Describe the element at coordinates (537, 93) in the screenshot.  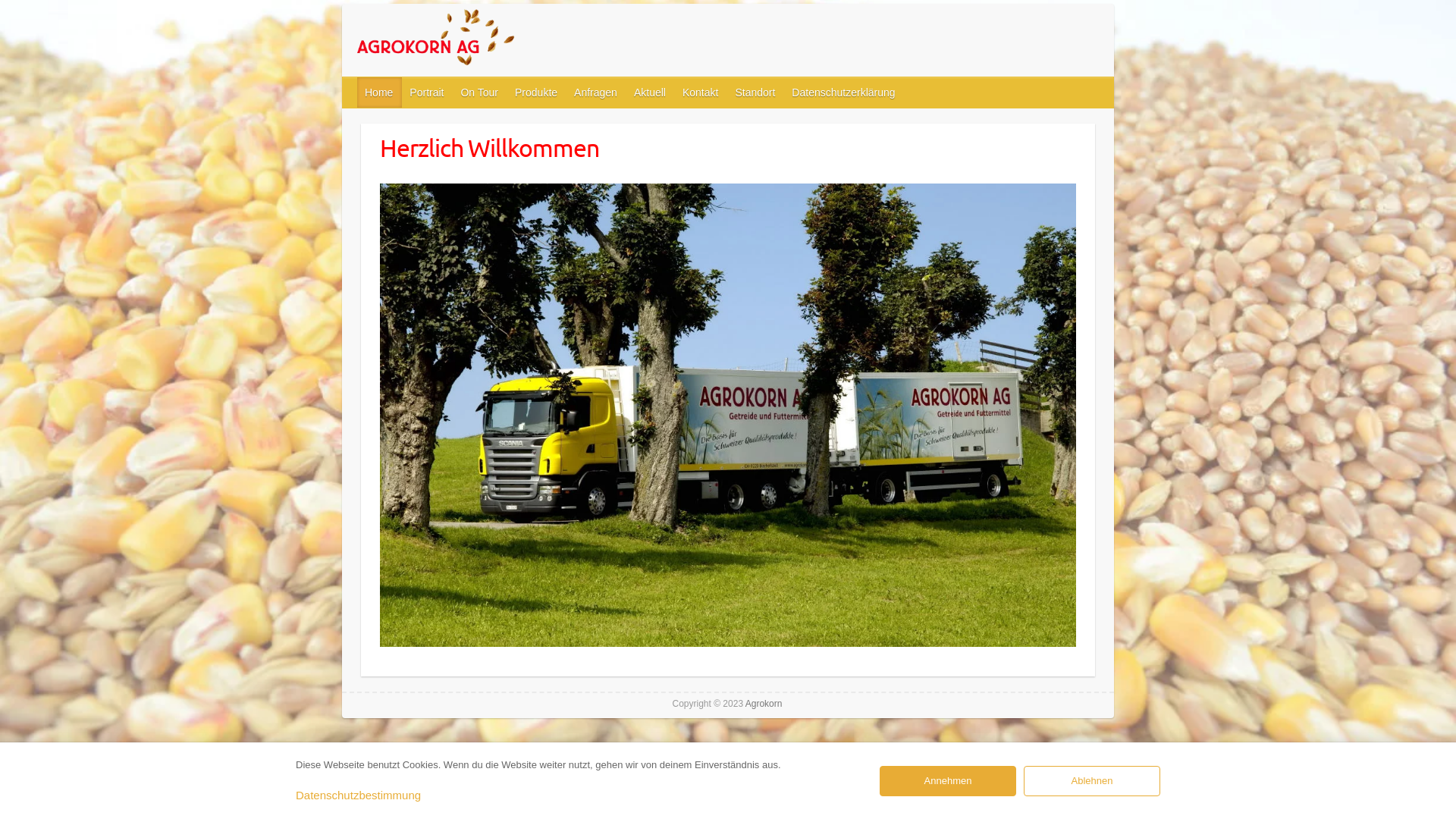
I see `'Produkte'` at that location.